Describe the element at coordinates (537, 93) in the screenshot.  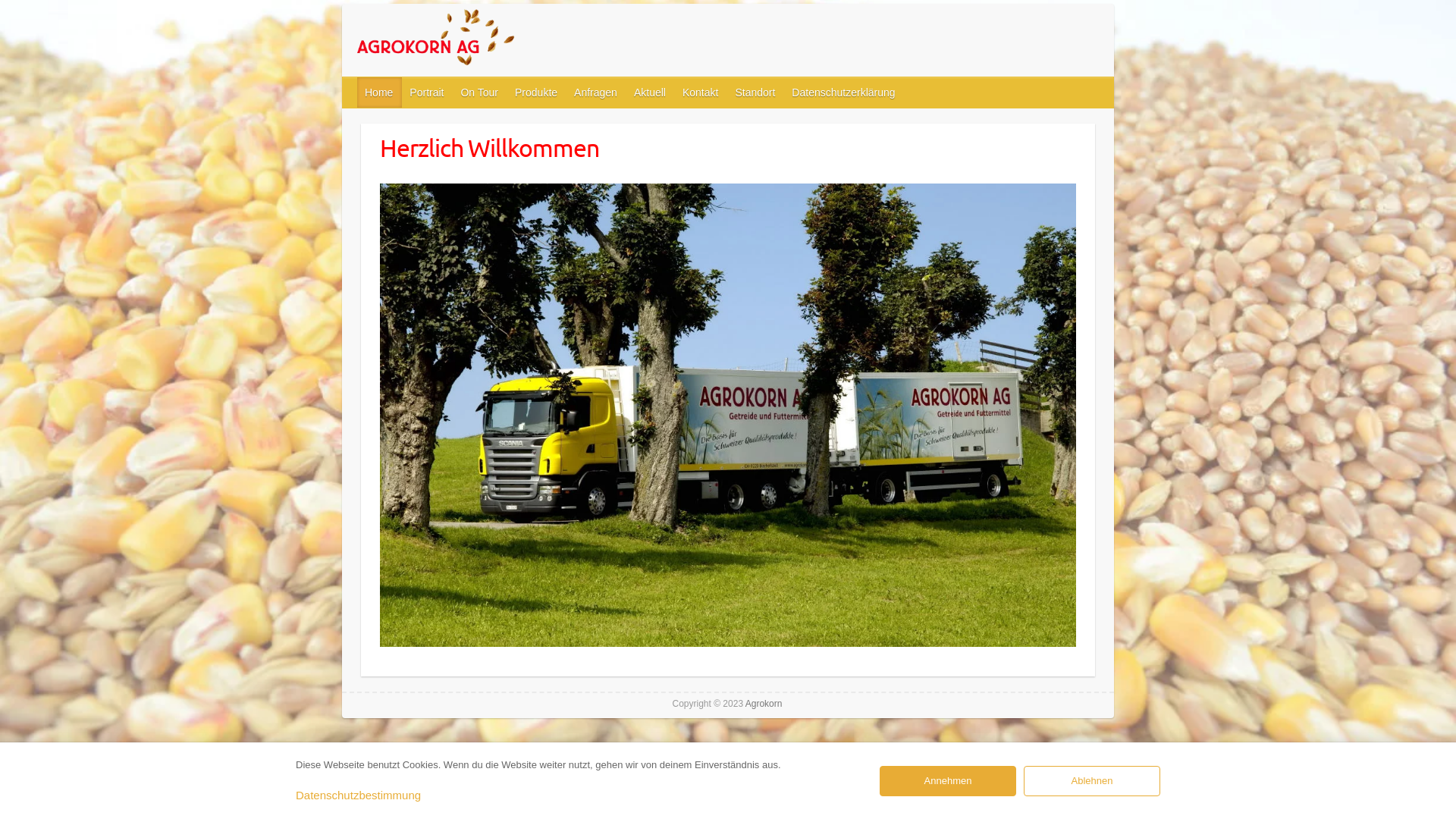
I see `'Produkte'` at that location.